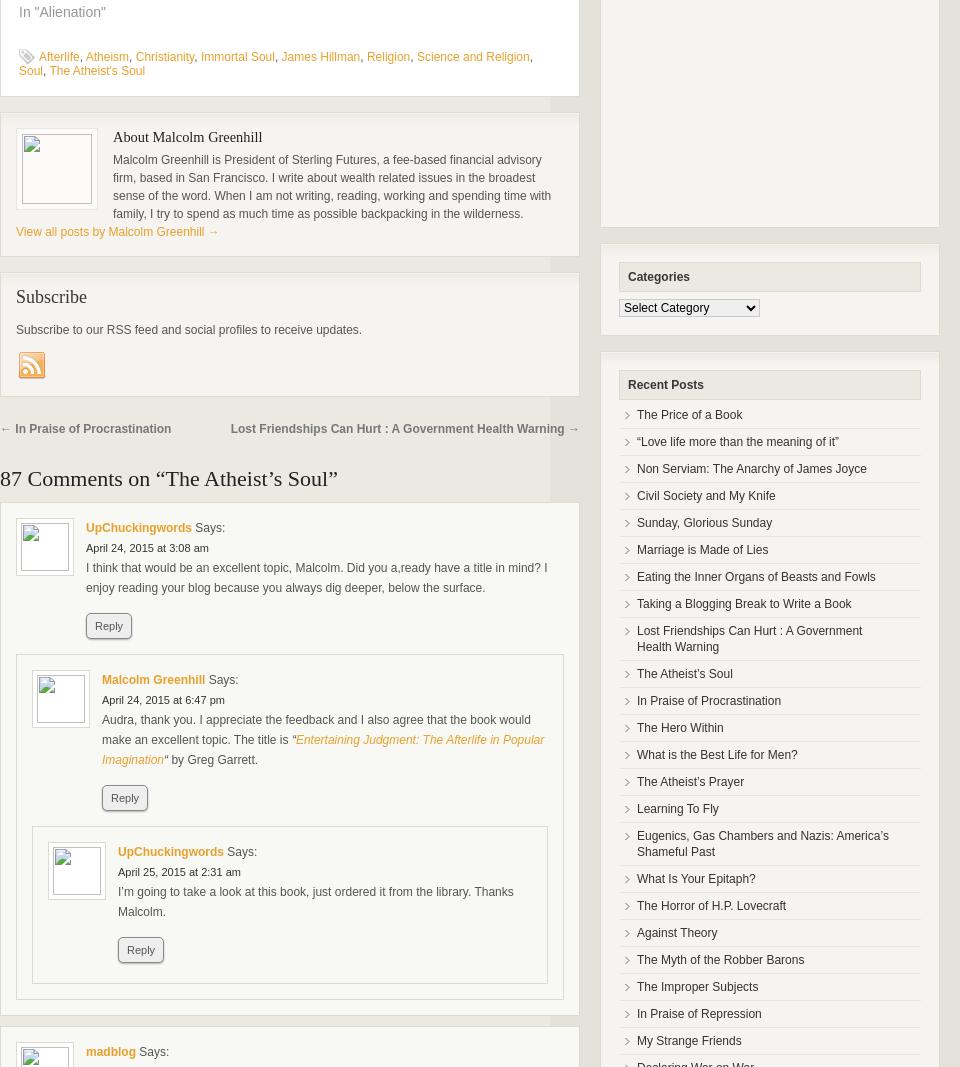  I want to click on '“Love life more than the meaning of it”', so click(737, 440).